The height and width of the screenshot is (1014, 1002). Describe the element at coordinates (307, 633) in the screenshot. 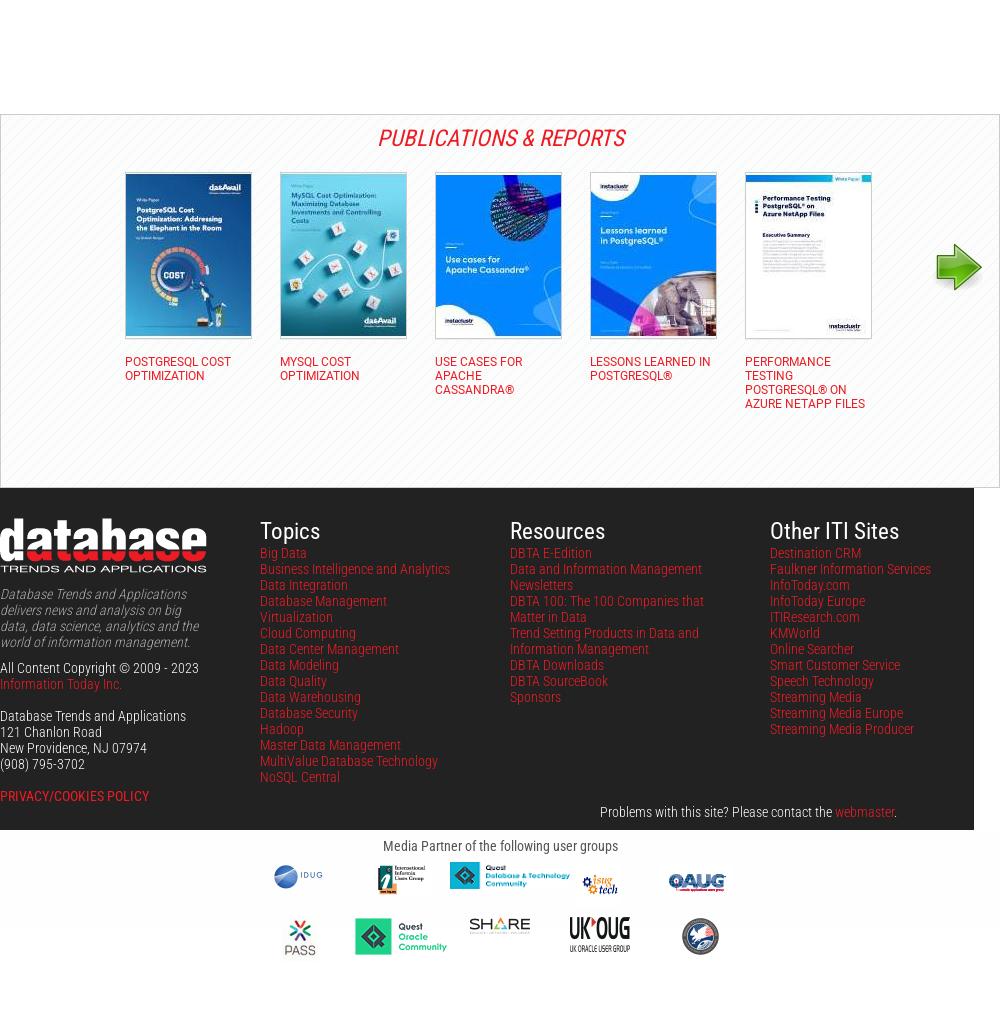

I see `'Cloud Computing'` at that location.